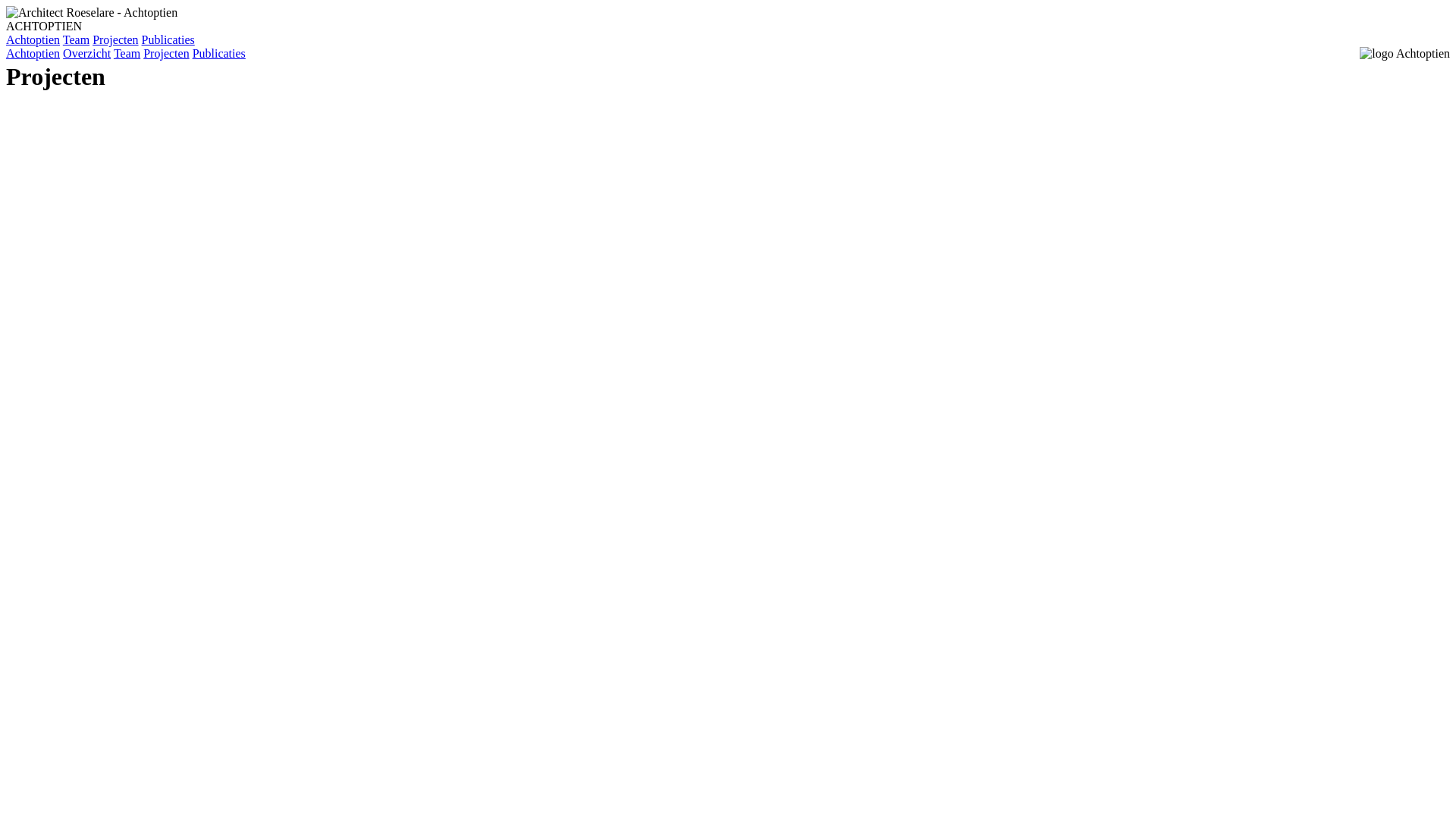 This screenshot has height=819, width=1456. Describe the element at coordinates (33, 39) in the screenshot. I see `'Achtoptien'` at that location.